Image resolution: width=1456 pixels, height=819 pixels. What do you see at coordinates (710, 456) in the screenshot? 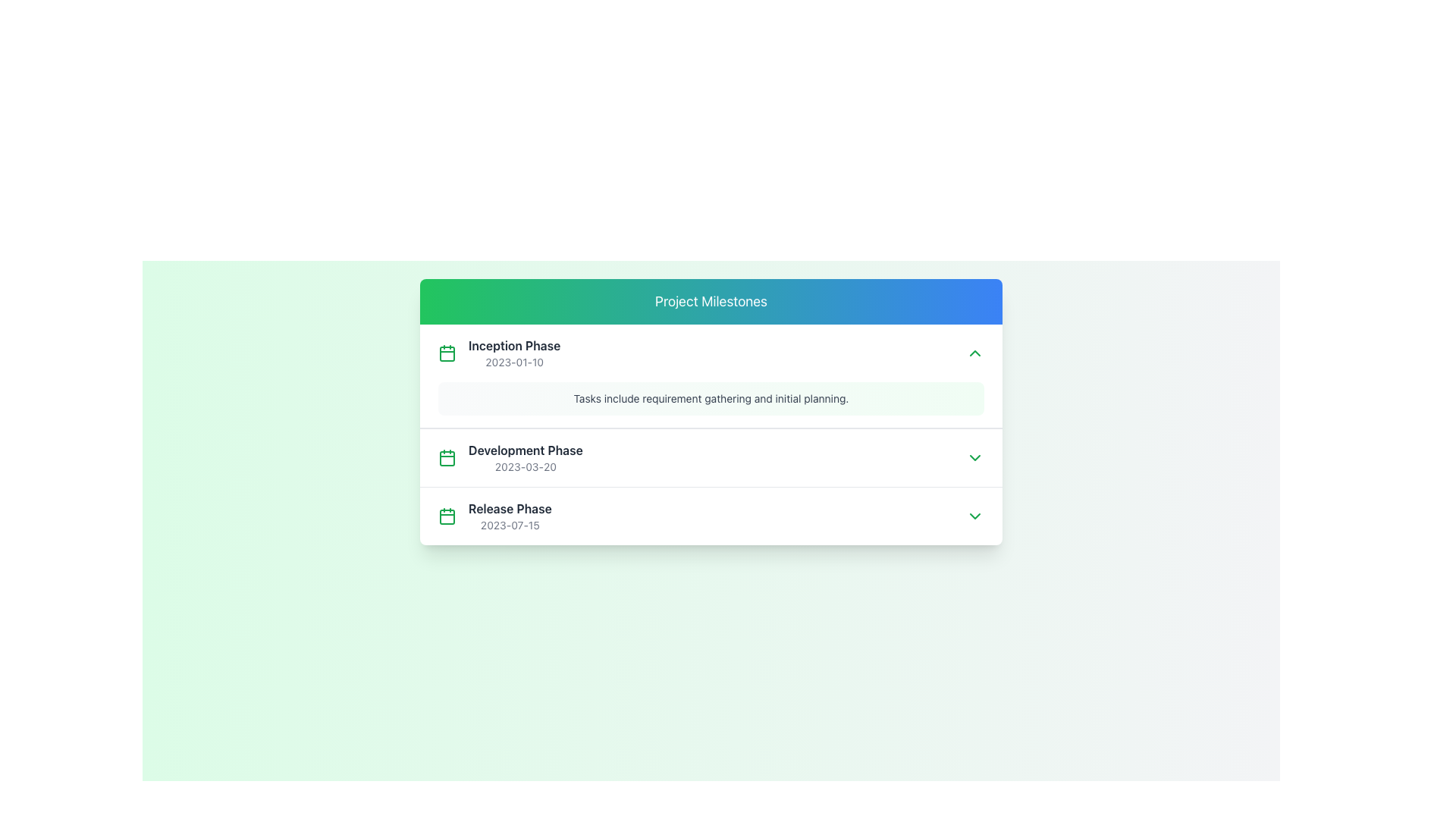
I see `the collapsible list item labeled 'Development Phase'` at bounding box center [710, 456].